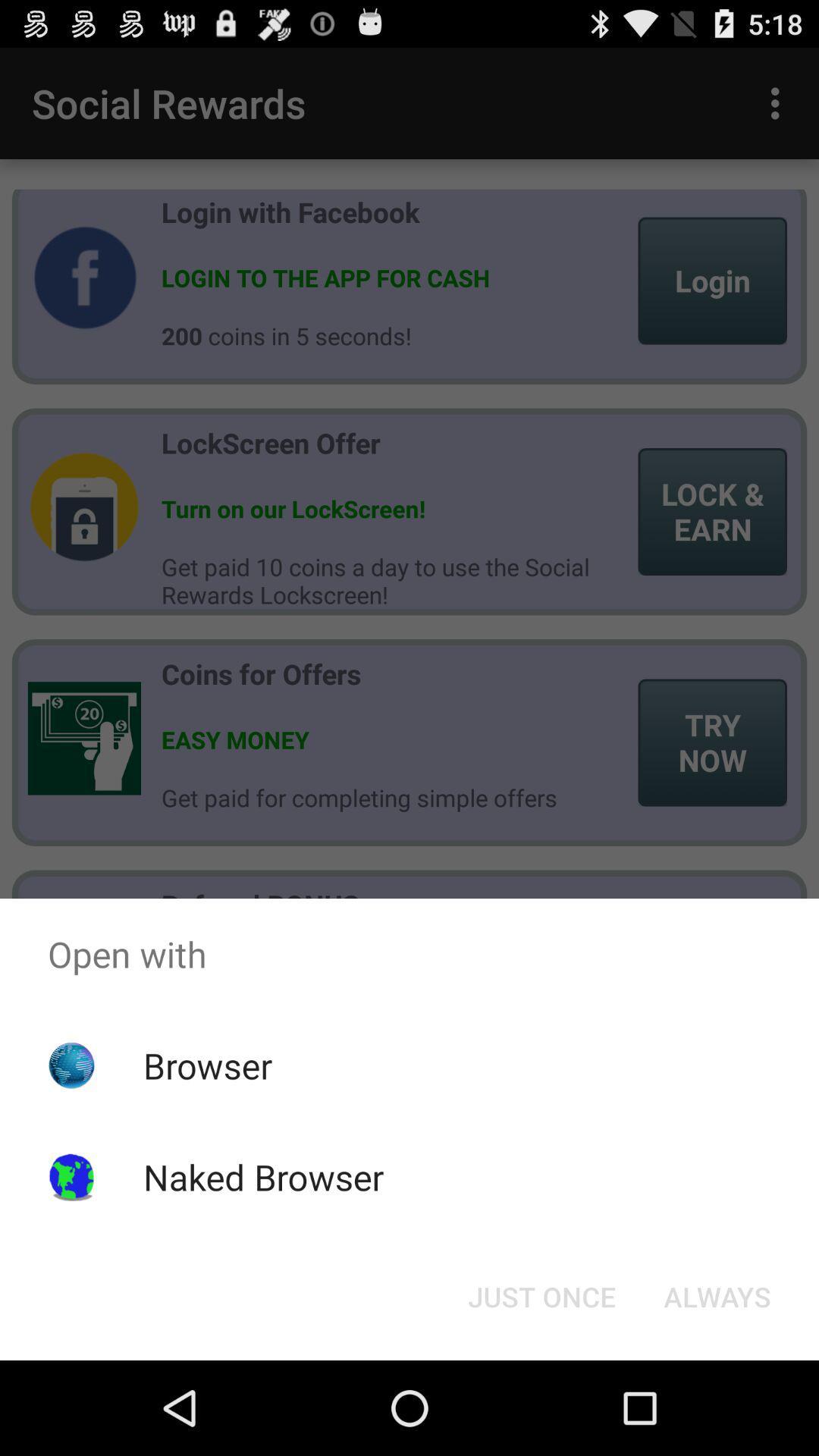 The height and width of the screenshot is (1456, 819). I want to click on icon at the bottom, so click(541, 1295).